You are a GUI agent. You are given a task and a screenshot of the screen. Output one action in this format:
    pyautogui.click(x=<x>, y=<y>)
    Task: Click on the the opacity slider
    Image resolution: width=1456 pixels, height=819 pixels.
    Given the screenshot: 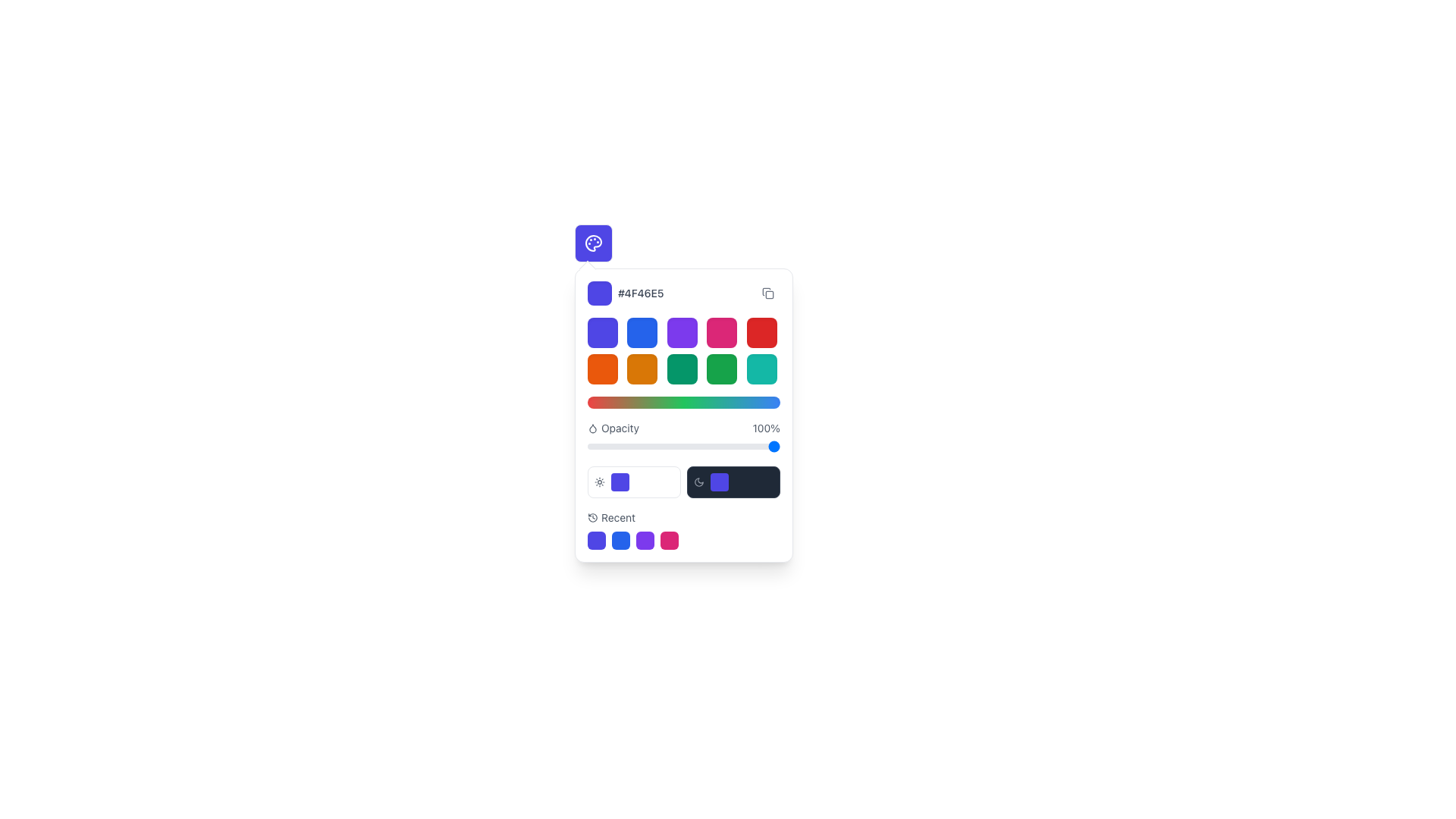 What is the action you would take?
    pyautogui.click(x=591, y=446)
    